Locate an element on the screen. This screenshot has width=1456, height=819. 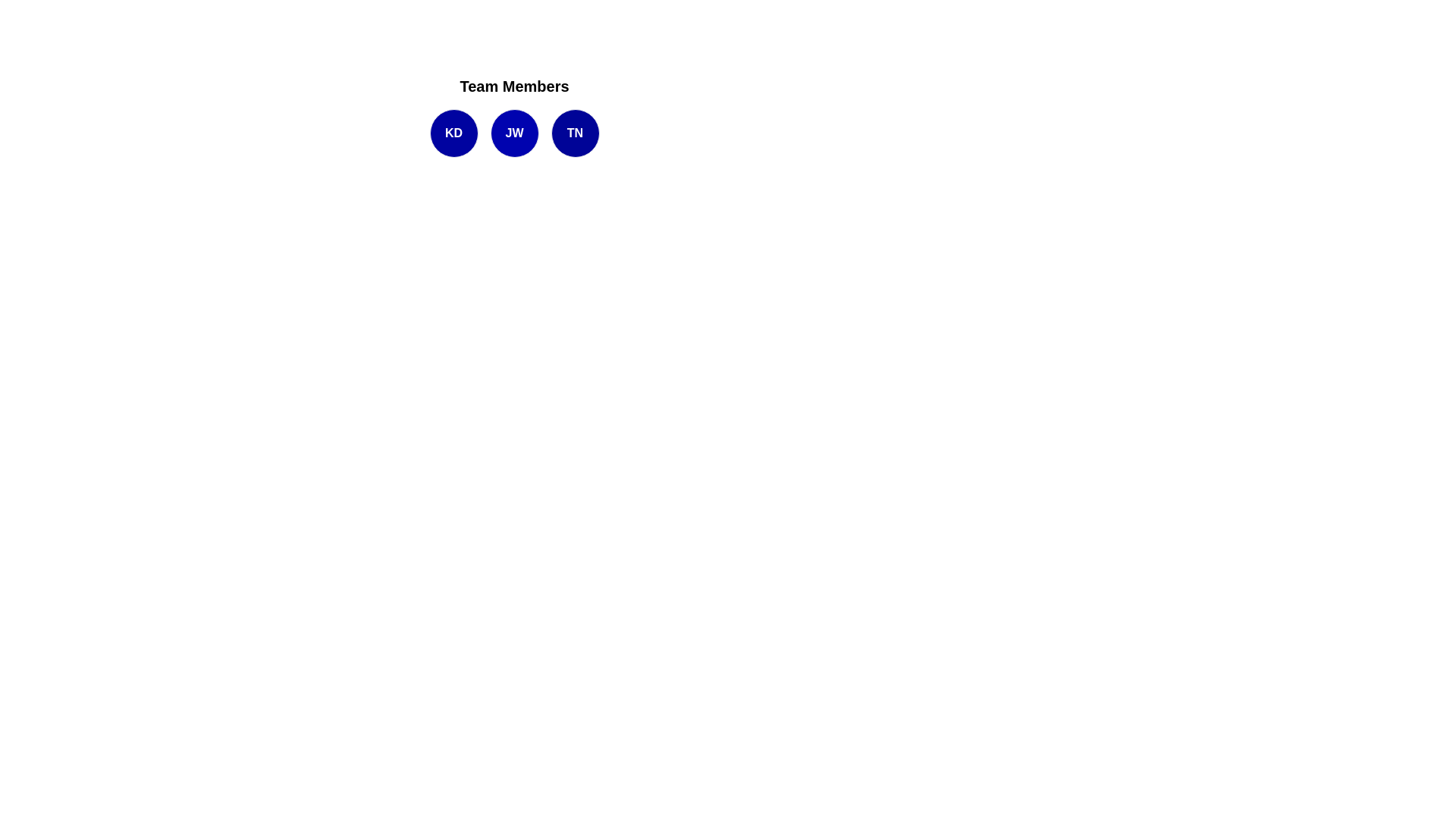
the text displaying the initials 'JW', which is located in the second blue circular icon from the left beneath the 'Team Members' header is located at coordinates (514, 133).